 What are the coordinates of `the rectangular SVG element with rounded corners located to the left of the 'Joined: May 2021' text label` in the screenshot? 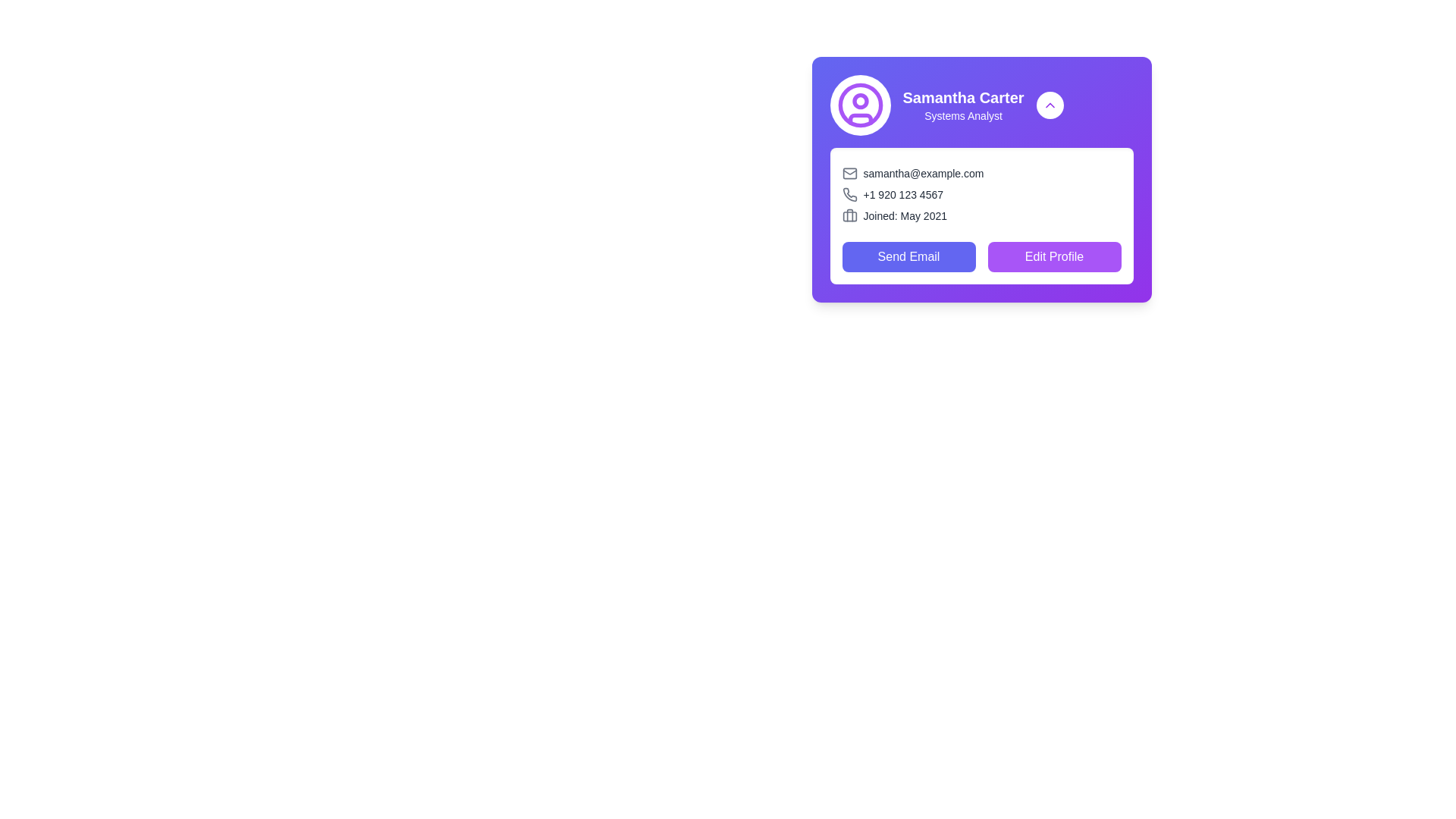 It's located at (849, 216).